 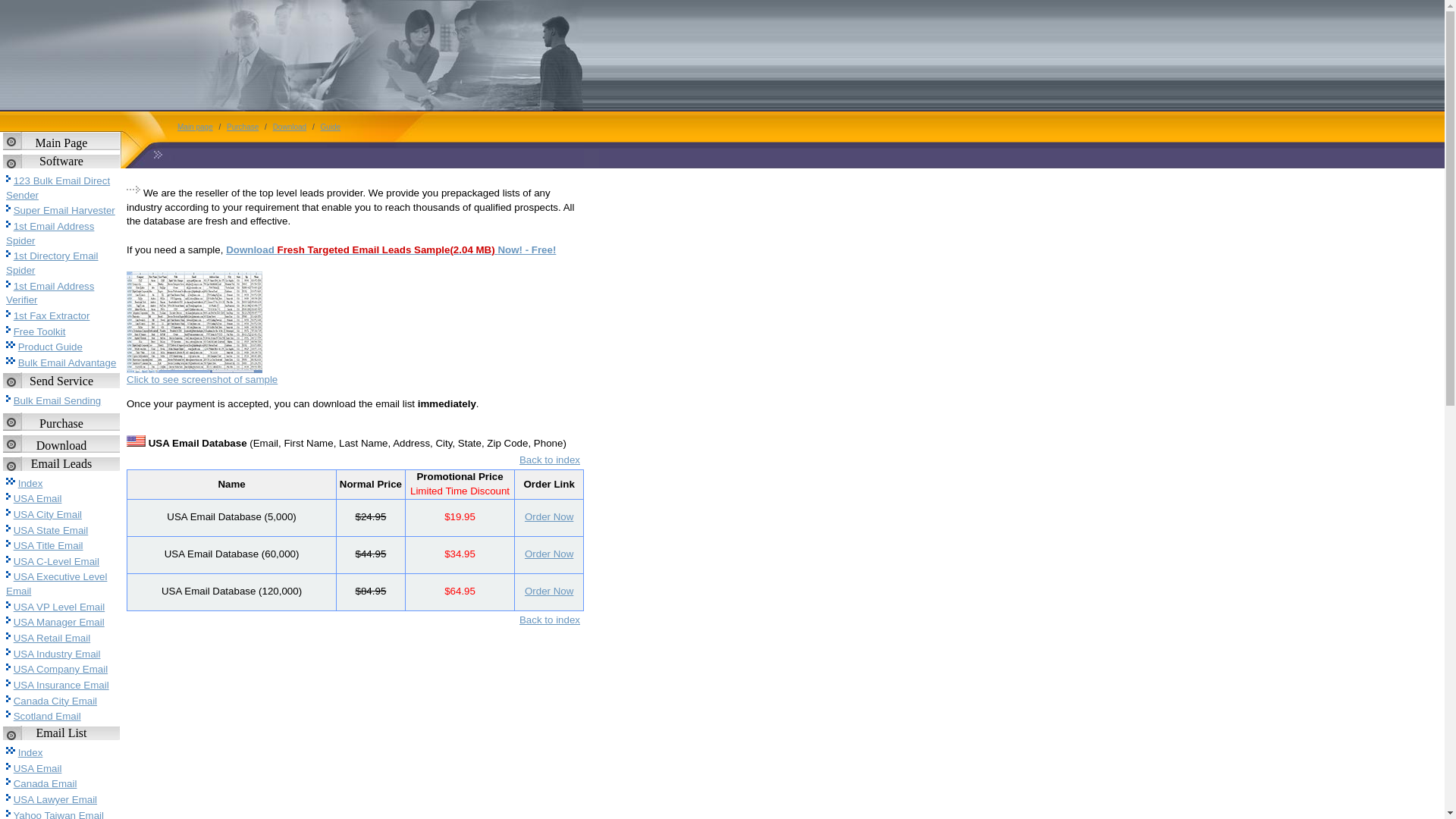 I want to click on '1st Fax Extractor', so click(x=52, y=315).